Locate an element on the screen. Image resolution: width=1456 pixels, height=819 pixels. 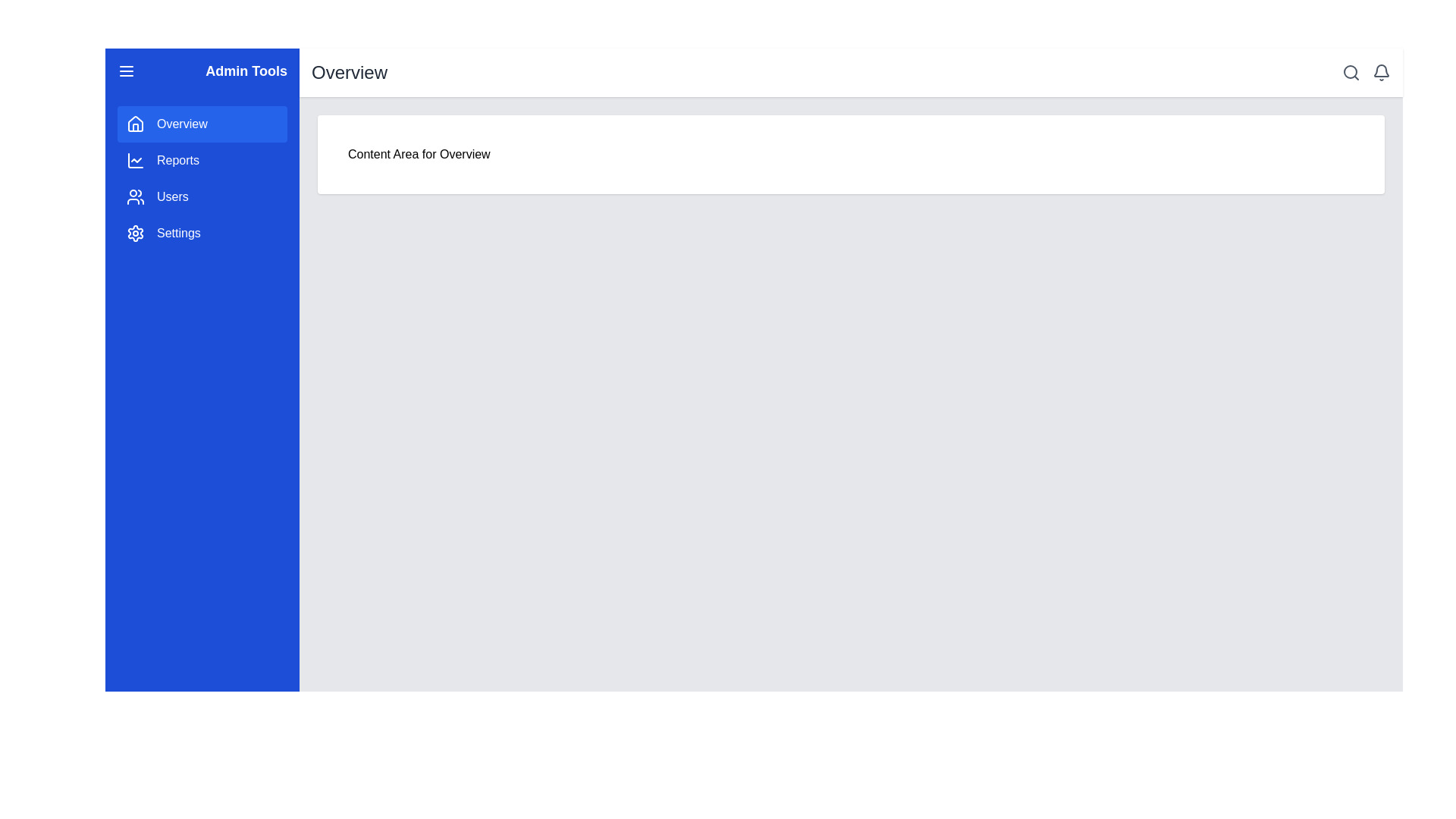
the fourth navigation menu item in the sidebar is located at coordinates (202, 234).